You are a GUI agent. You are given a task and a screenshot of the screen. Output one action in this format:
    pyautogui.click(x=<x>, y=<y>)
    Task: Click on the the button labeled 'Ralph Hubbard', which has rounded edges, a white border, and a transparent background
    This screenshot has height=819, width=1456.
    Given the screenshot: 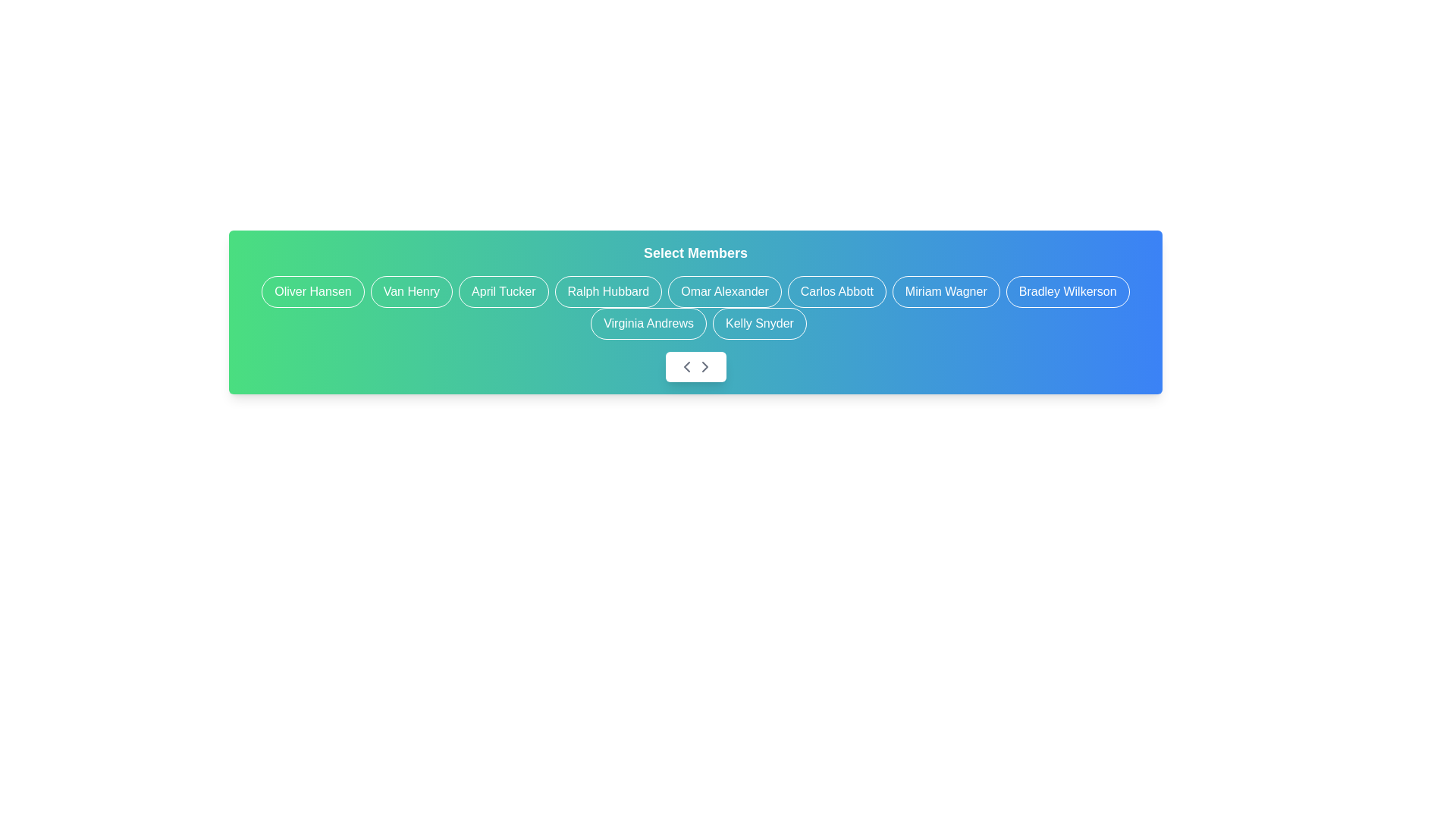 What is the action you would take?
    pyautogui.click(x=608, y=292)
    